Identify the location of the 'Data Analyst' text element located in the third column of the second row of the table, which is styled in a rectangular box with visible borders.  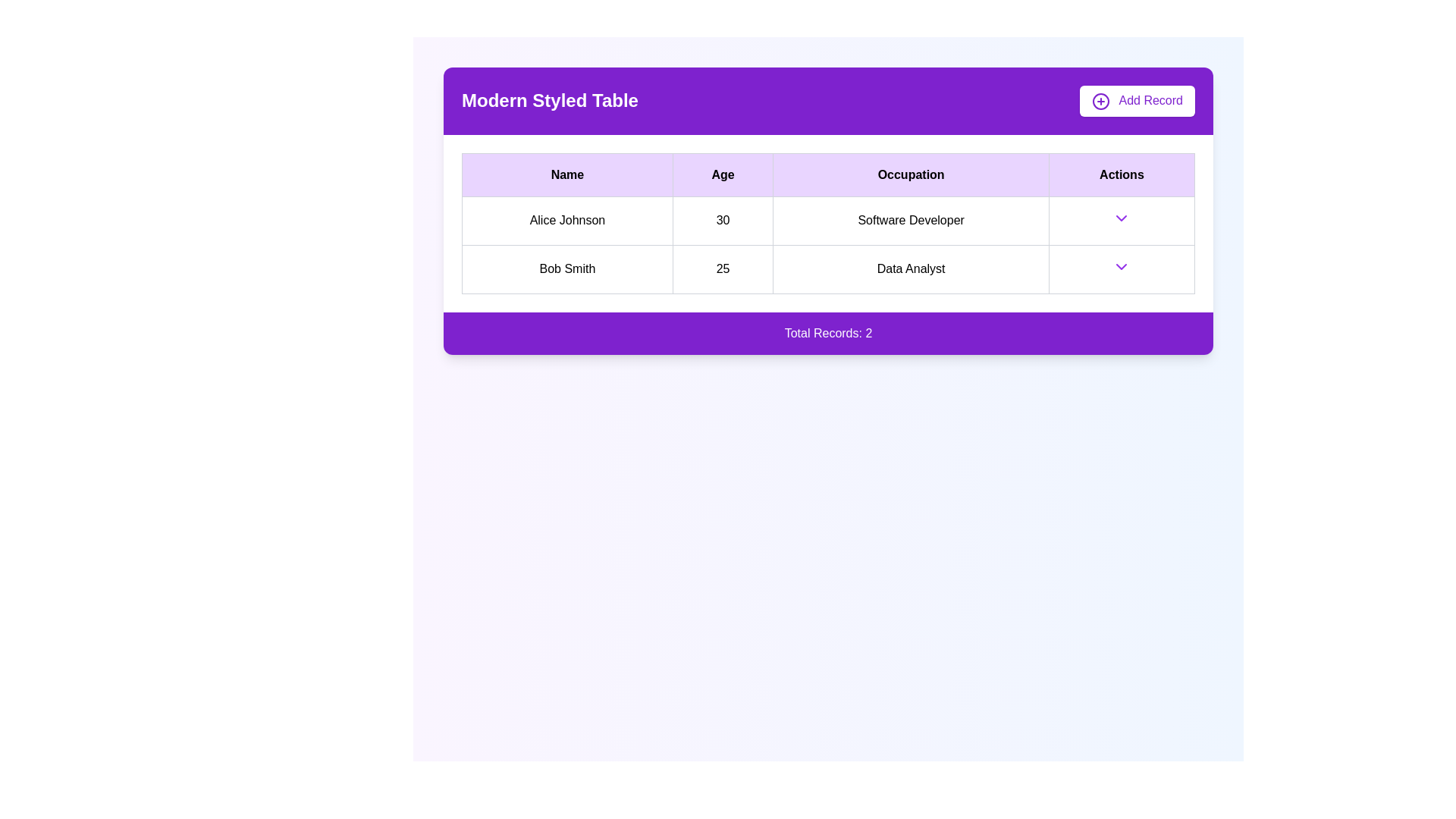
(910, 268).